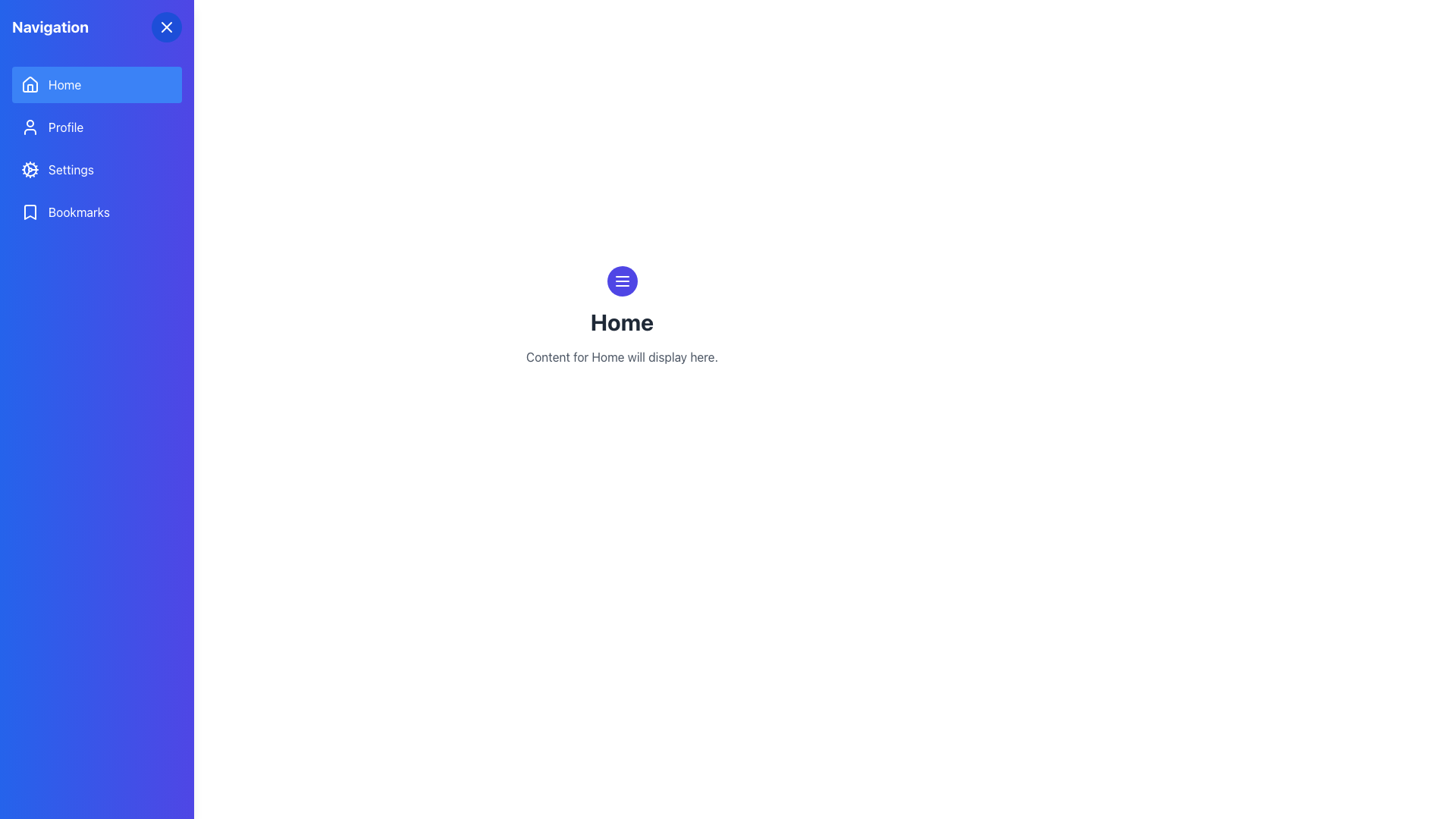 The height and width of the screenshot is (819, 1456). What do you see at coordinates (50, 27) in the screenshot?
I see `the bold text label 'Navigation' located in the upper-left corner of the sidebar area, styled with a text-xl font and a white color on a blue gradient backdrop` at bounding box center [50, 27].